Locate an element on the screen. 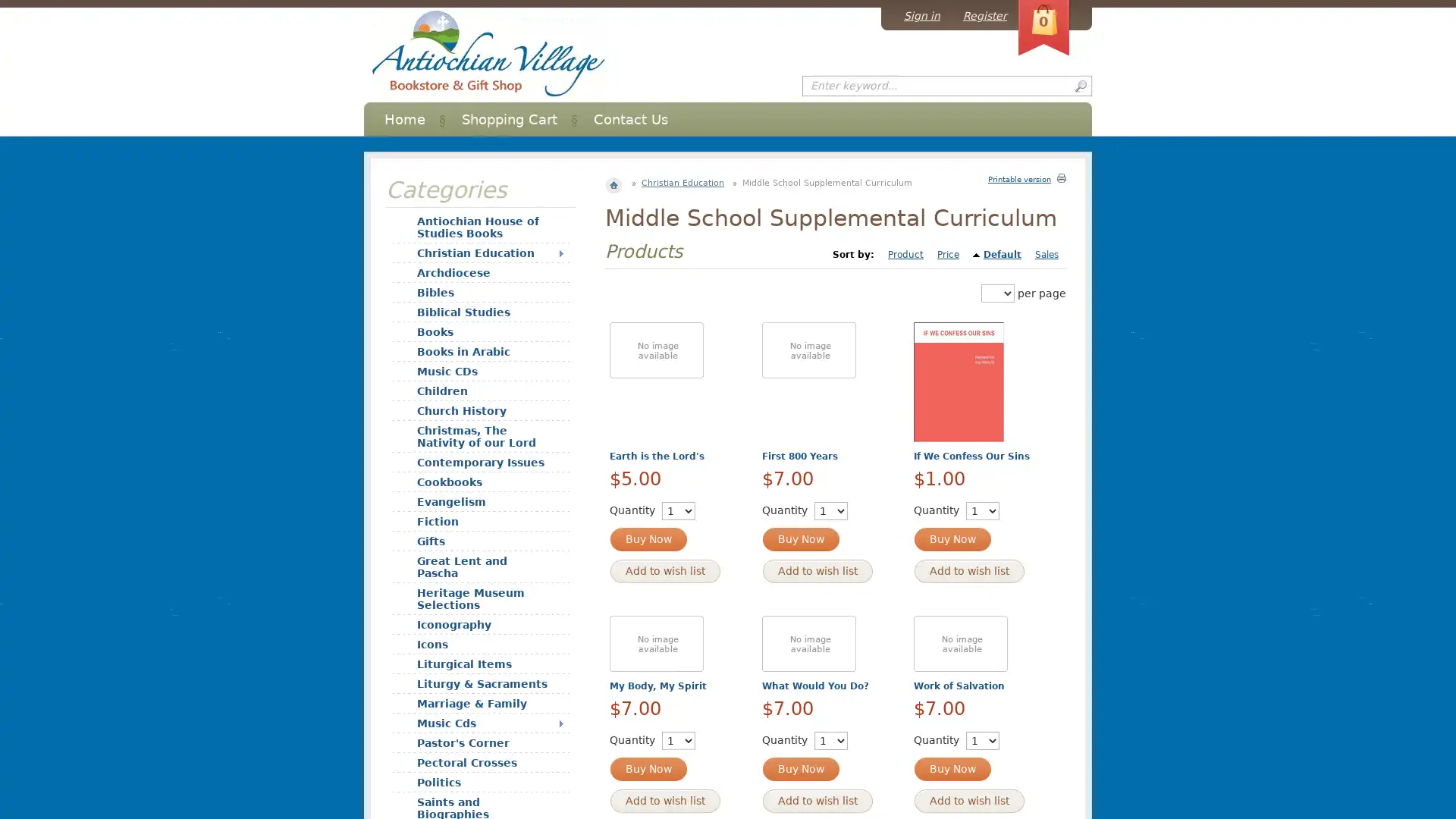 The width and height of the screenshot is (1456, 819). Add to wish list is located at coordinates (665, 571).